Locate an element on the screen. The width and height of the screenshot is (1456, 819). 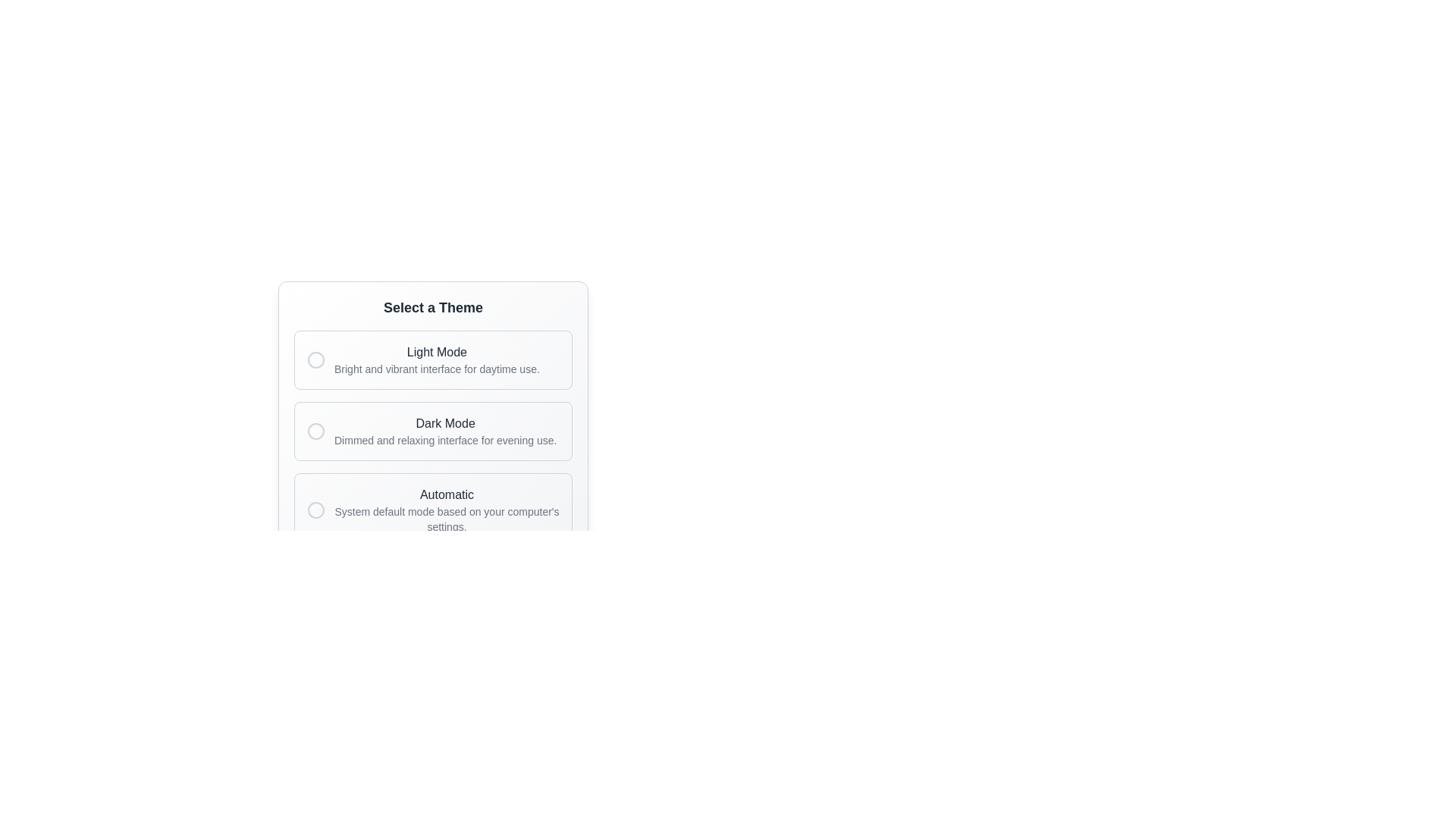
the text label that reads 'Dimmed and relaxing interface for evening use.', located directly below the heading 'Dark Mode' in the themed layout is located at coordinates (444, 441).